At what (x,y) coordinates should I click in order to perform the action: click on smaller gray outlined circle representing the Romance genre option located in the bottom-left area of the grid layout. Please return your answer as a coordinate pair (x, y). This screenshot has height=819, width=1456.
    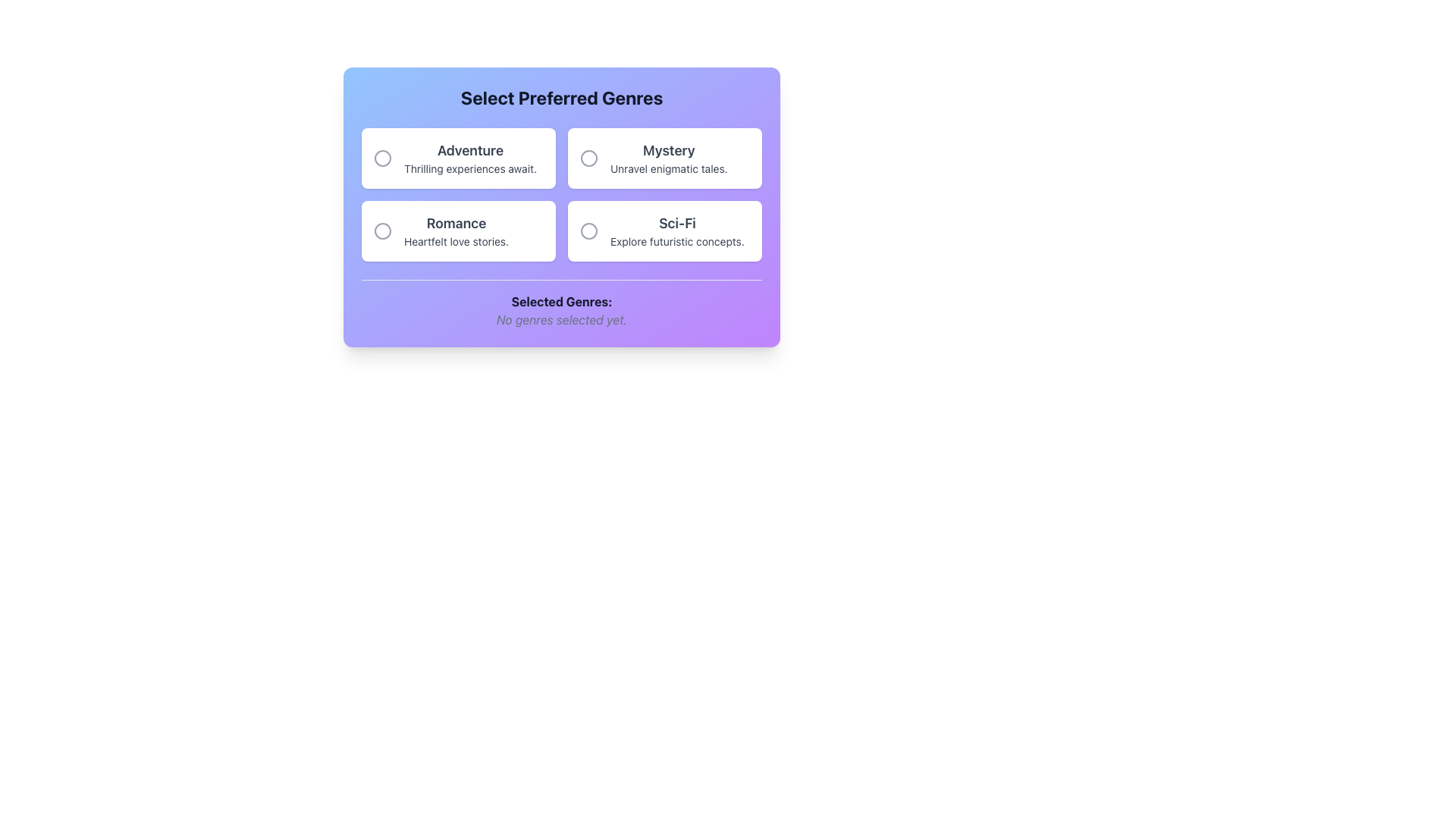
    Looking at the image, I should click on (382, 231).